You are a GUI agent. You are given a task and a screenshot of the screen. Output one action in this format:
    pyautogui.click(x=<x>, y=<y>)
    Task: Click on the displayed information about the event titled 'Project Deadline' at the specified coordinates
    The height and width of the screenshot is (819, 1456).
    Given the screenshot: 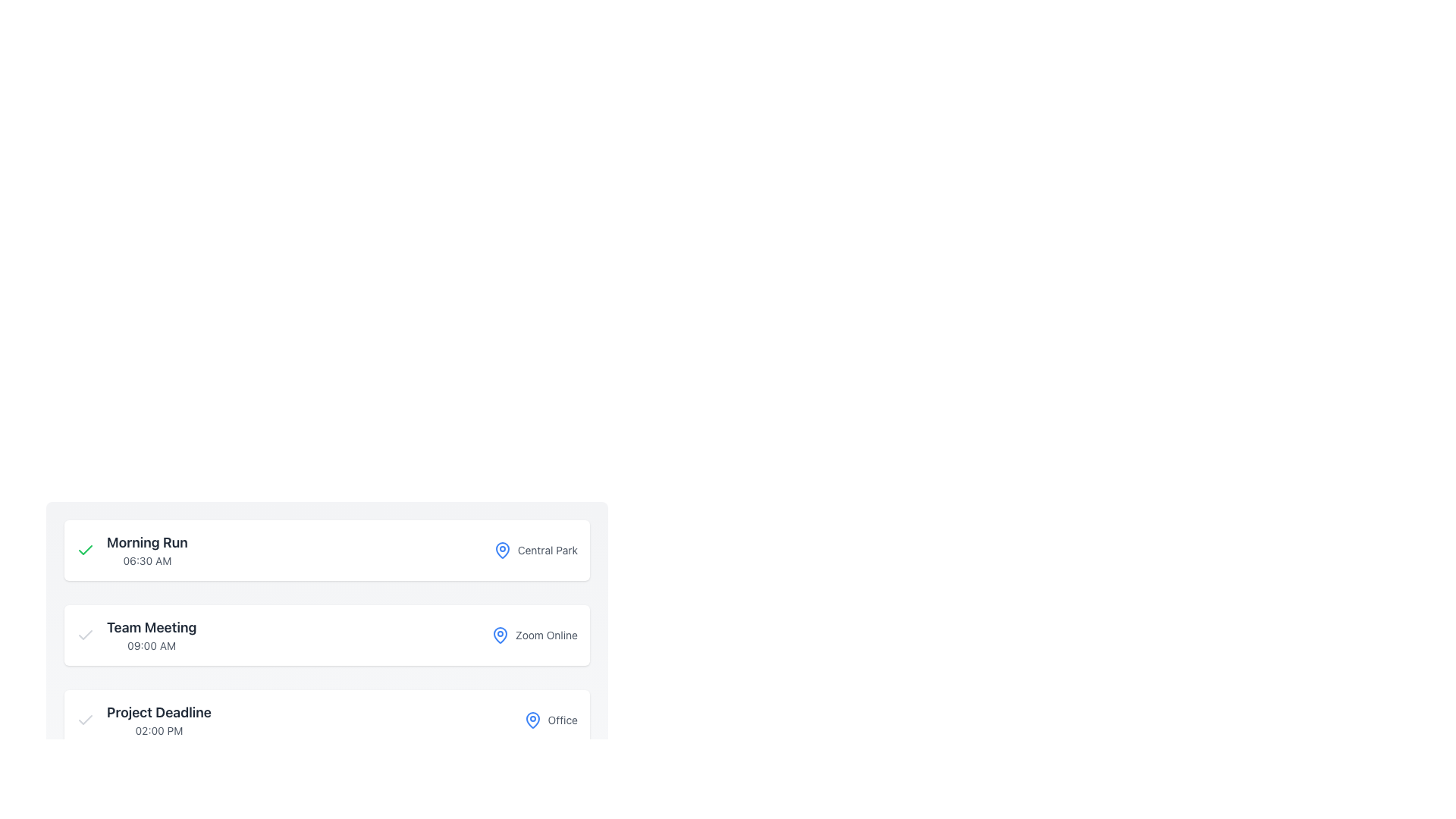 What is the action you would take?
    pyautogui.click(x=159, y=719)
    